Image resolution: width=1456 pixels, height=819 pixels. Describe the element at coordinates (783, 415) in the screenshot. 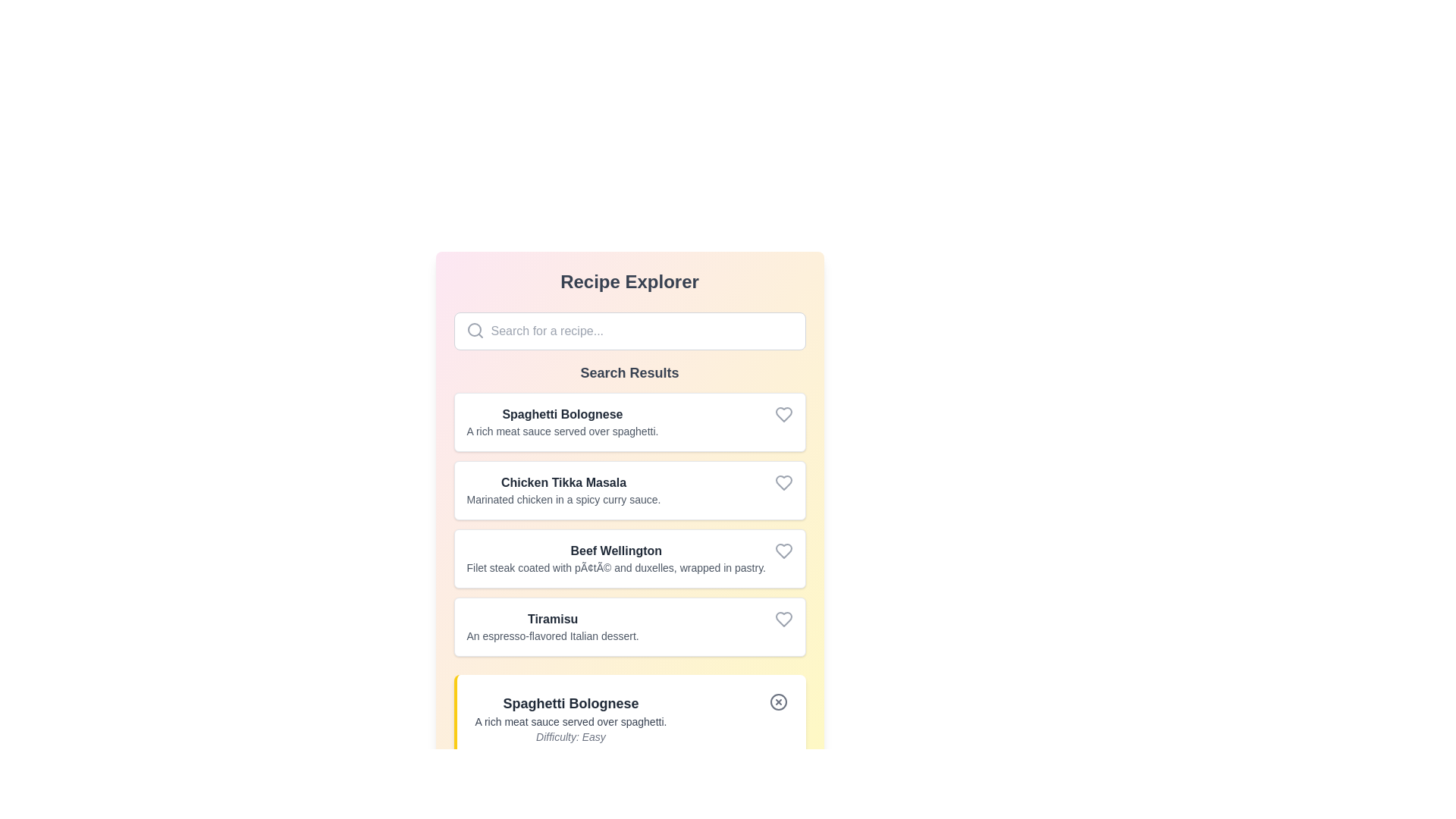

I see `the heart-shaped icon styled for selection or favoriting located on the far right of the 'Spaghetti Bolognese' list item` at that location.